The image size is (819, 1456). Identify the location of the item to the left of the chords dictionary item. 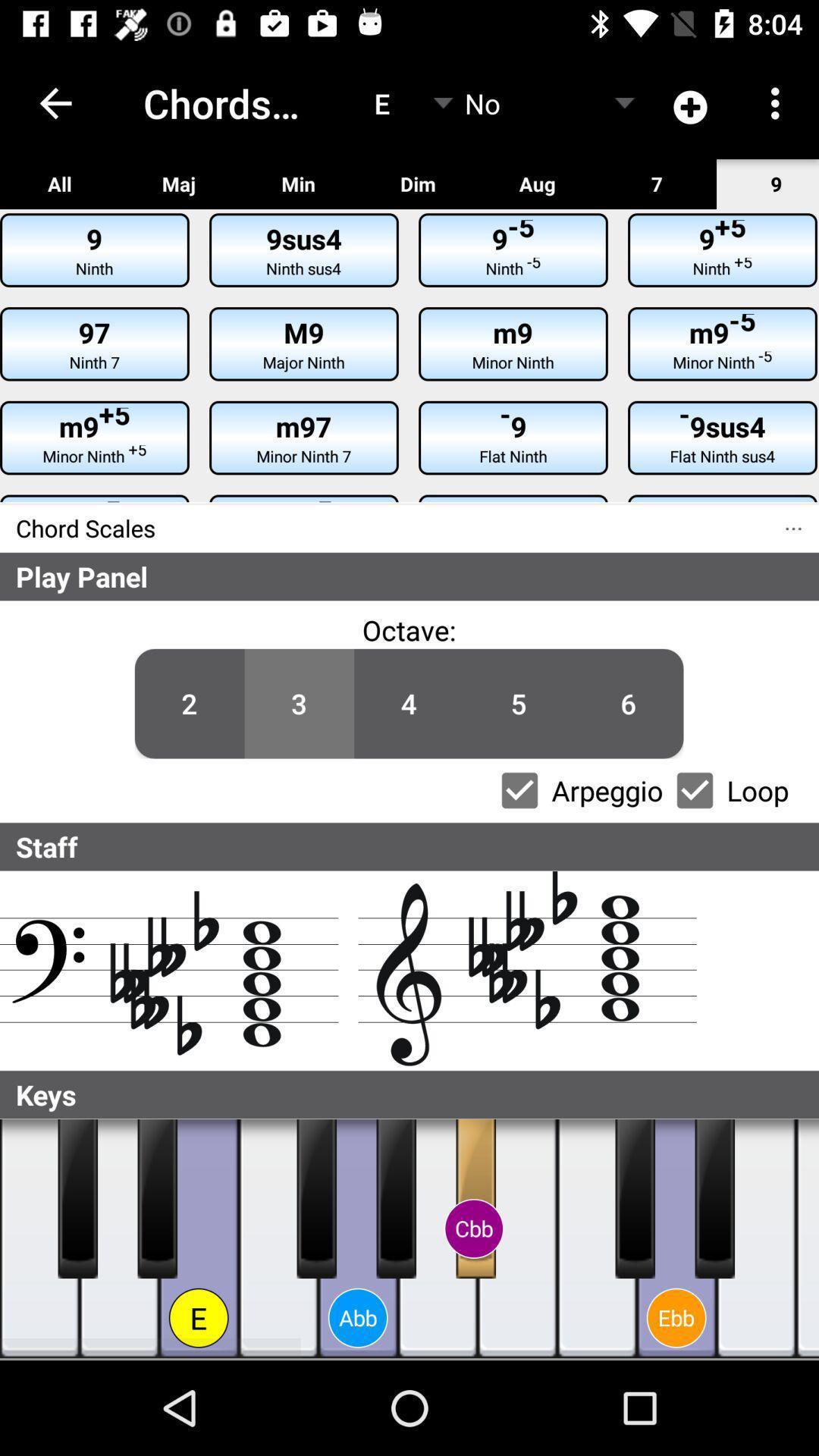
(55, 102).